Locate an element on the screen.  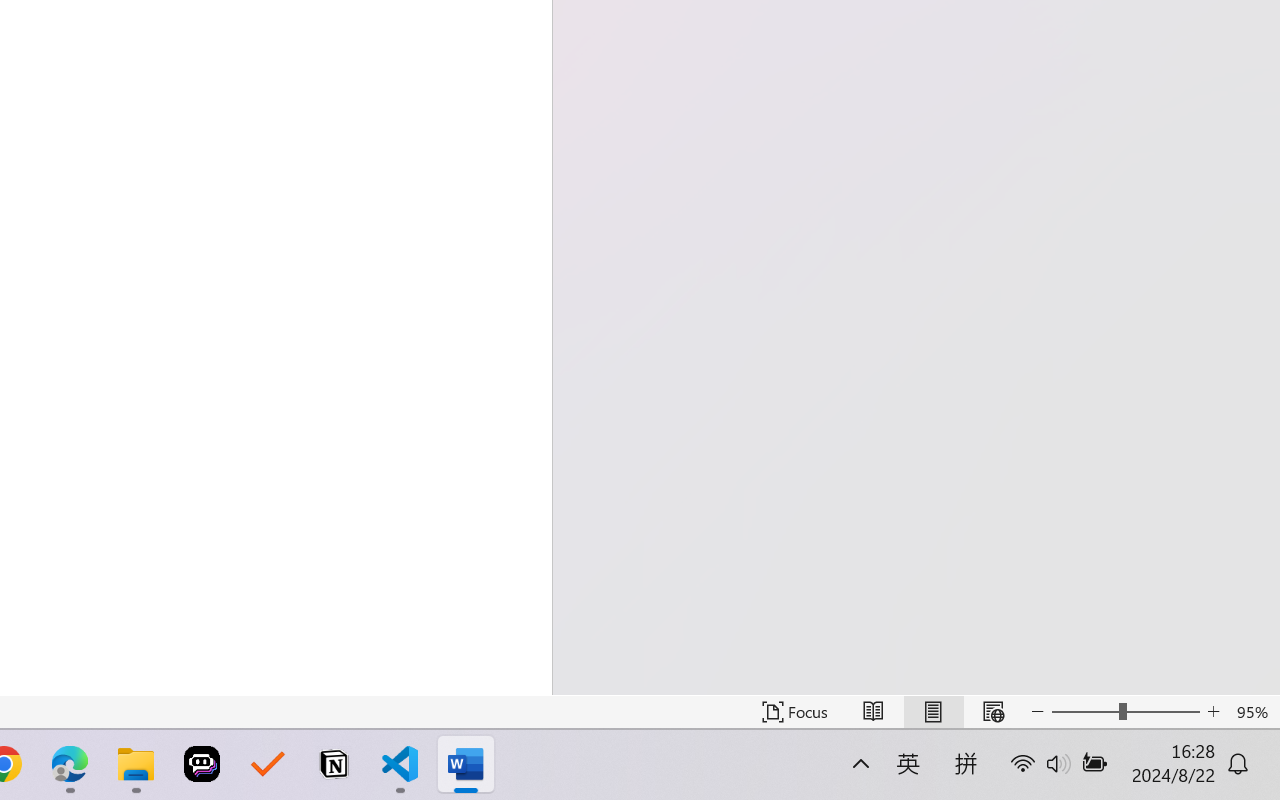
'Zoom 95%' is located at coordinates (1252, 711).